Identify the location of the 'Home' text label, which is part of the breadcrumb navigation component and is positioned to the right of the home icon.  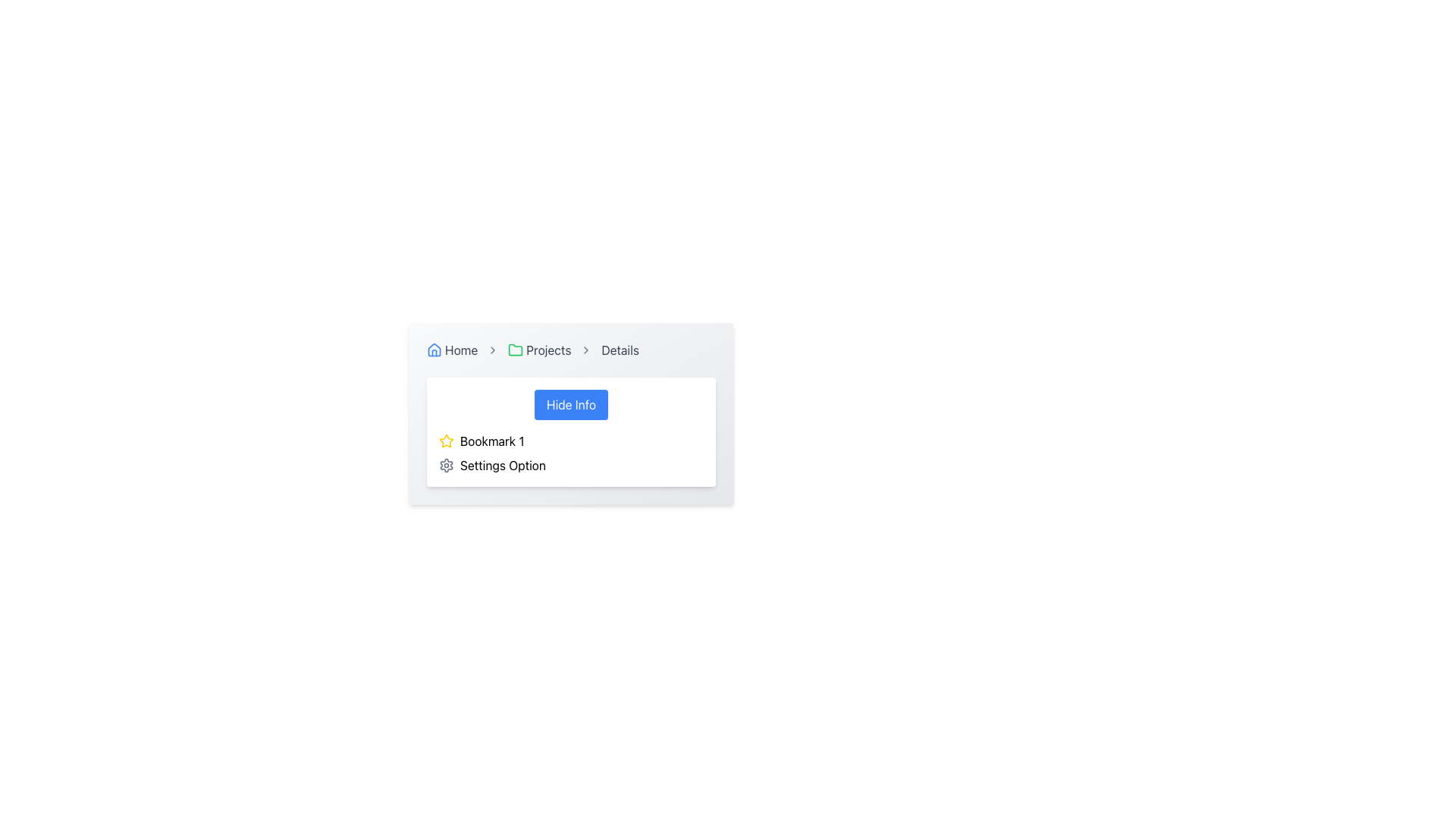
(460, 350).